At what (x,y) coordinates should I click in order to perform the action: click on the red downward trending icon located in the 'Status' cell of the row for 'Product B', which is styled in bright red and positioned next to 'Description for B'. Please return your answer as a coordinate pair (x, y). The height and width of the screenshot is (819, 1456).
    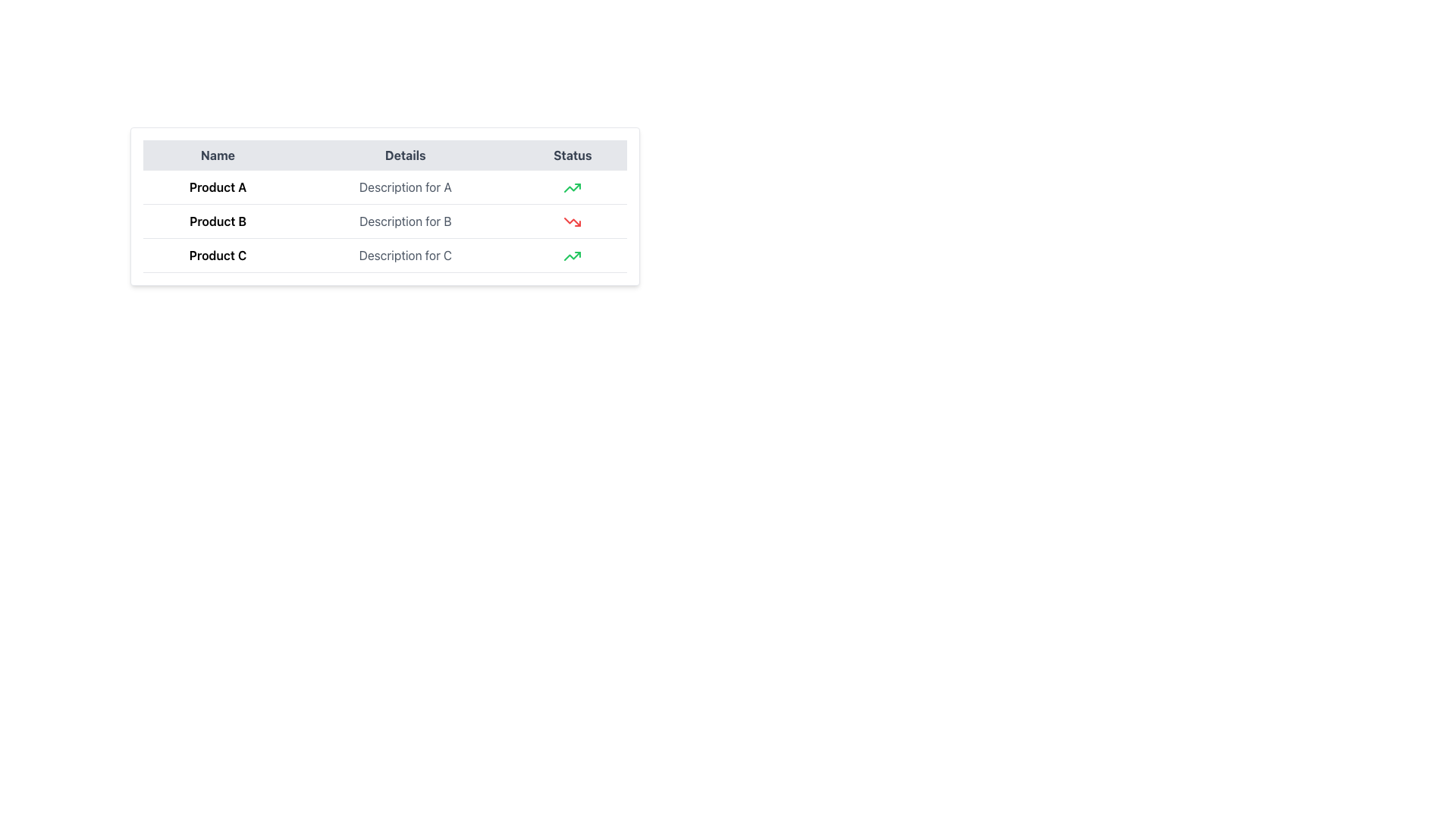
    Looking at the image, I should click on (572, 221).